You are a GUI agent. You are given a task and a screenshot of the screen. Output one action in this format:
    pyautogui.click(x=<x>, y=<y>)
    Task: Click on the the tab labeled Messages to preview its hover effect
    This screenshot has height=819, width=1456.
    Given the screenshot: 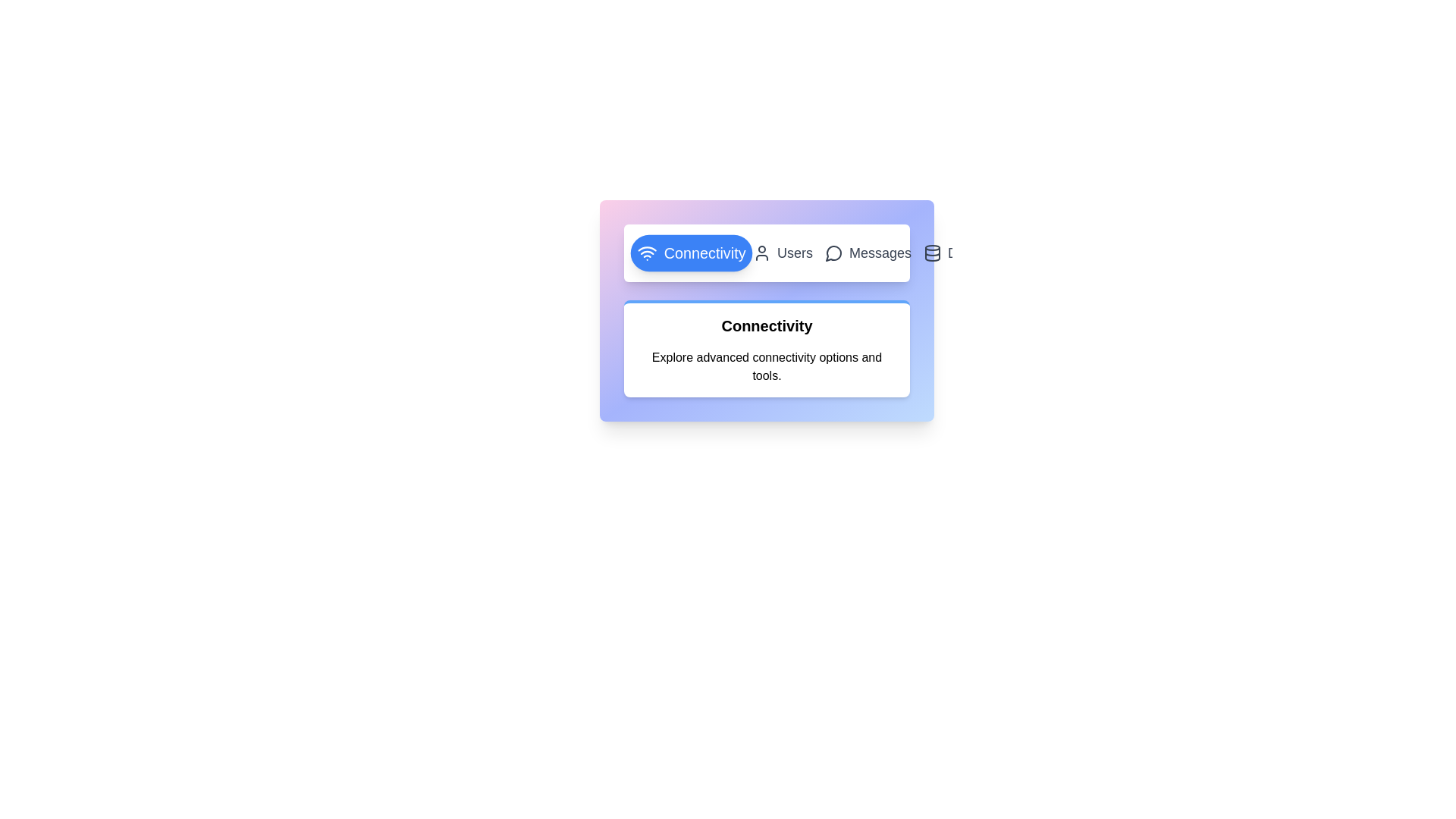 What is the action you would take?
    pyautogui.click(x=868, y=253)
    